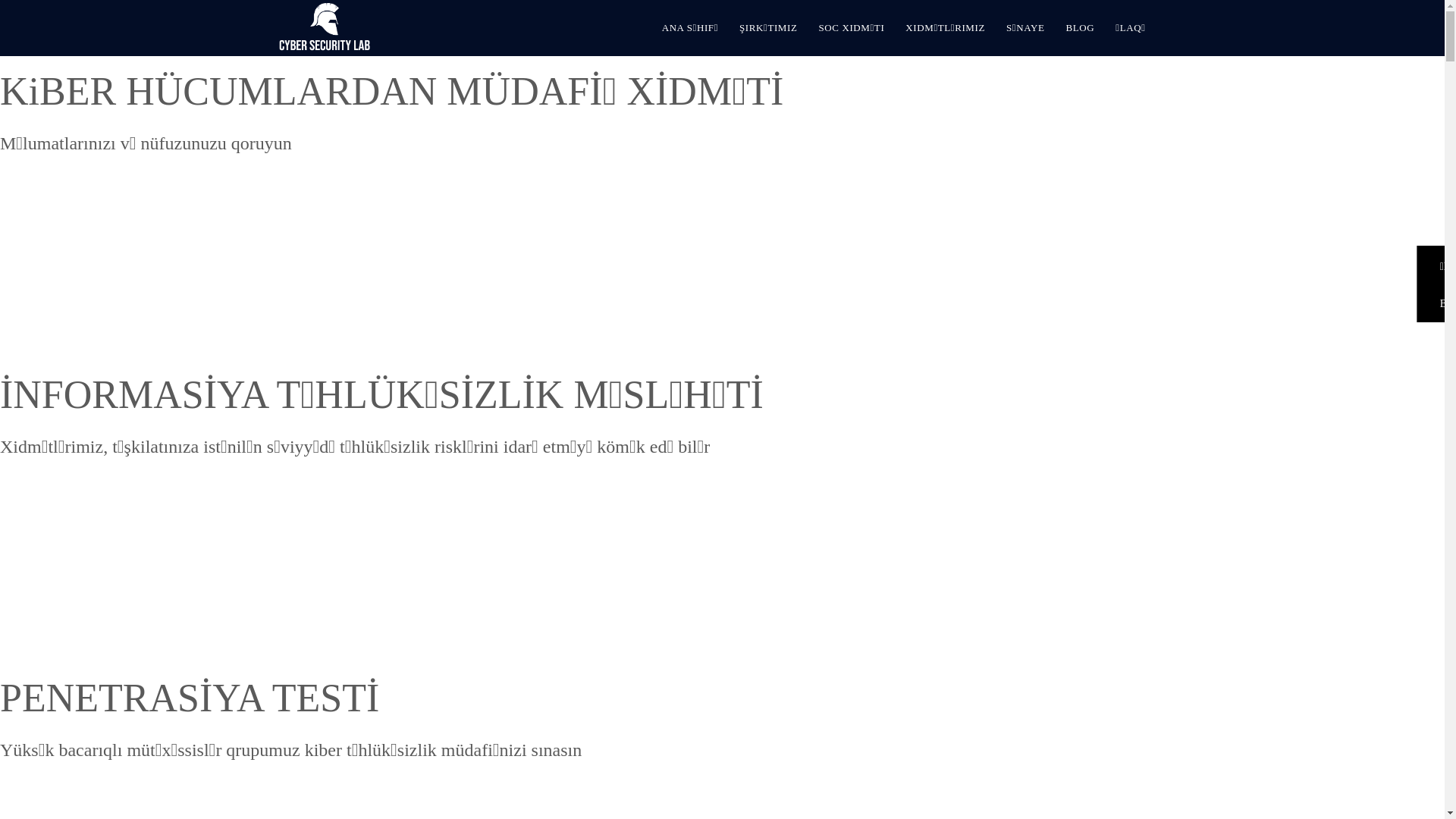  Describe the element at coordinates (1079, 28) in the screenshot. I see `'BLOG'` at that location.